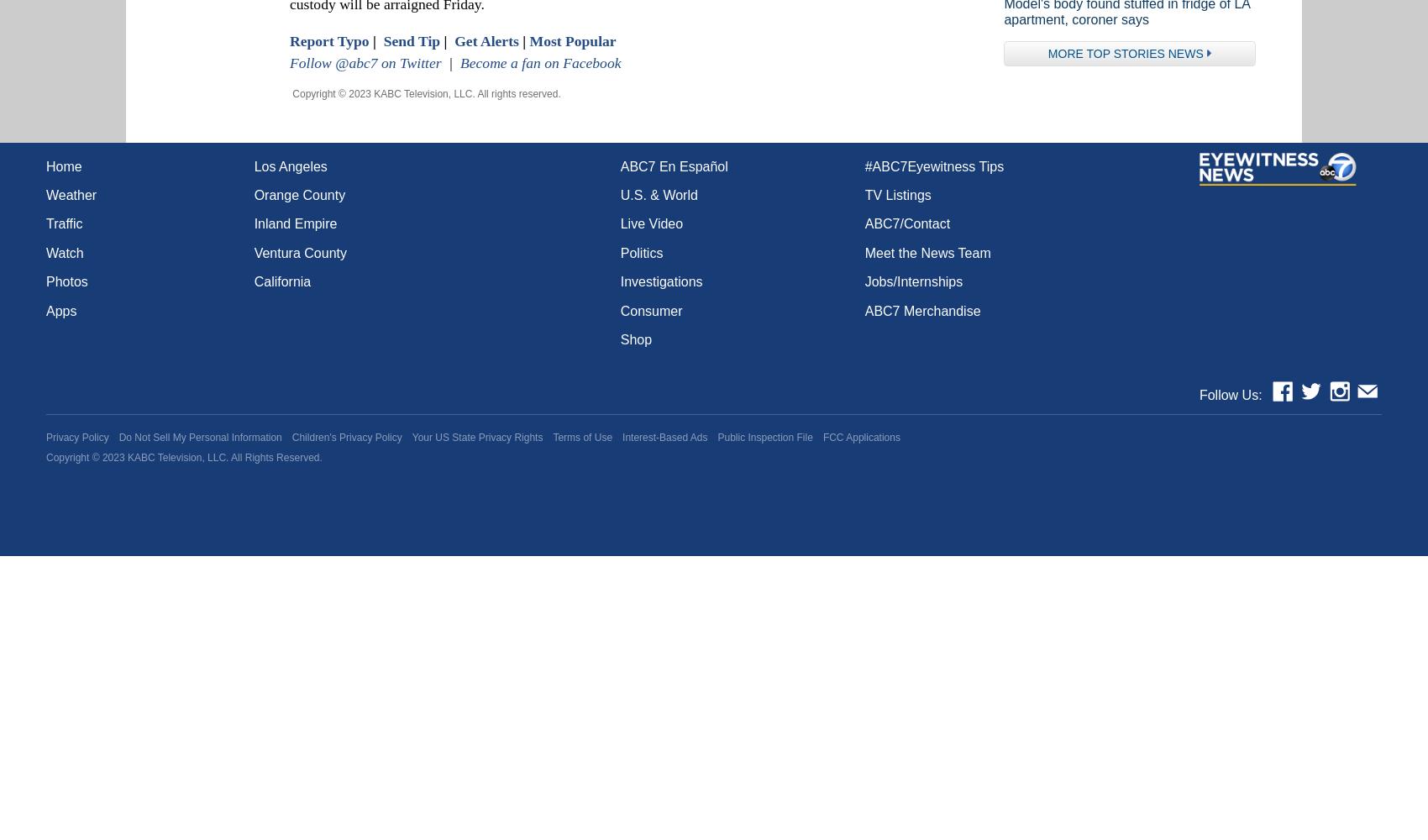 This screenshot has width=1428, height=840. I want to click on 'TOP STORIES News', so click(1144, 52).